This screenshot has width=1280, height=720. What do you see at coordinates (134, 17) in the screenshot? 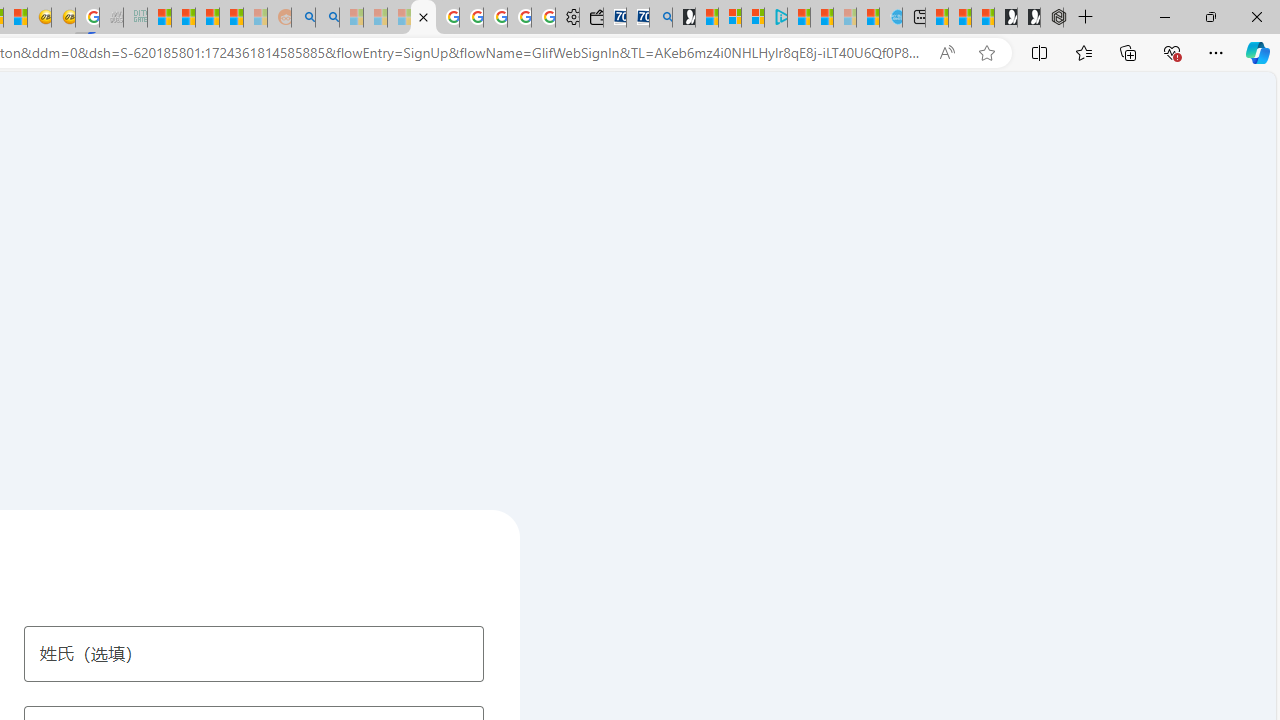
I see `'DITOGAMES AG Imprint - Sleeping'` at bounding box center [134, 17].